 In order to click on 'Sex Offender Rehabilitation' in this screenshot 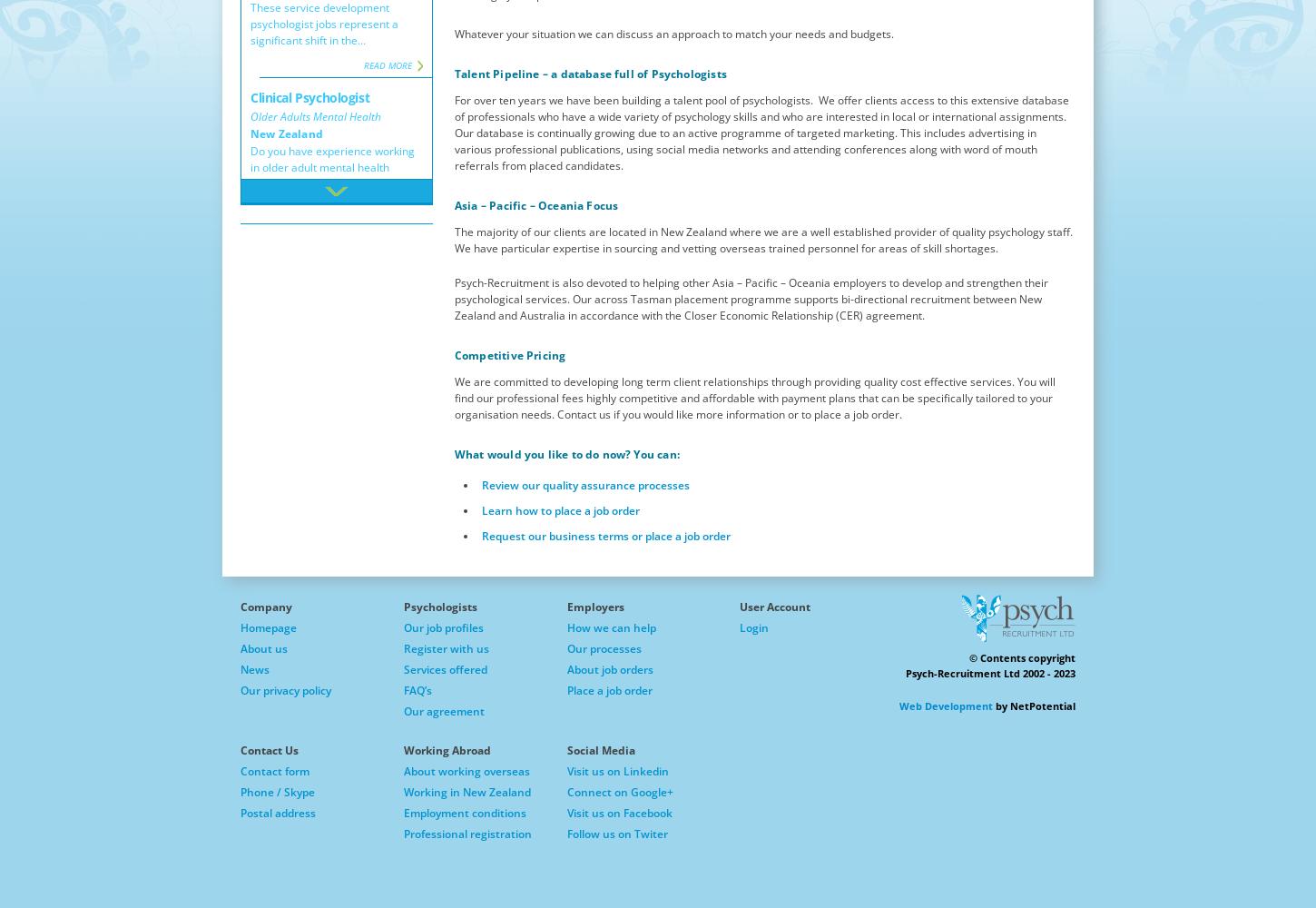, I will do `click(250, 641)`.